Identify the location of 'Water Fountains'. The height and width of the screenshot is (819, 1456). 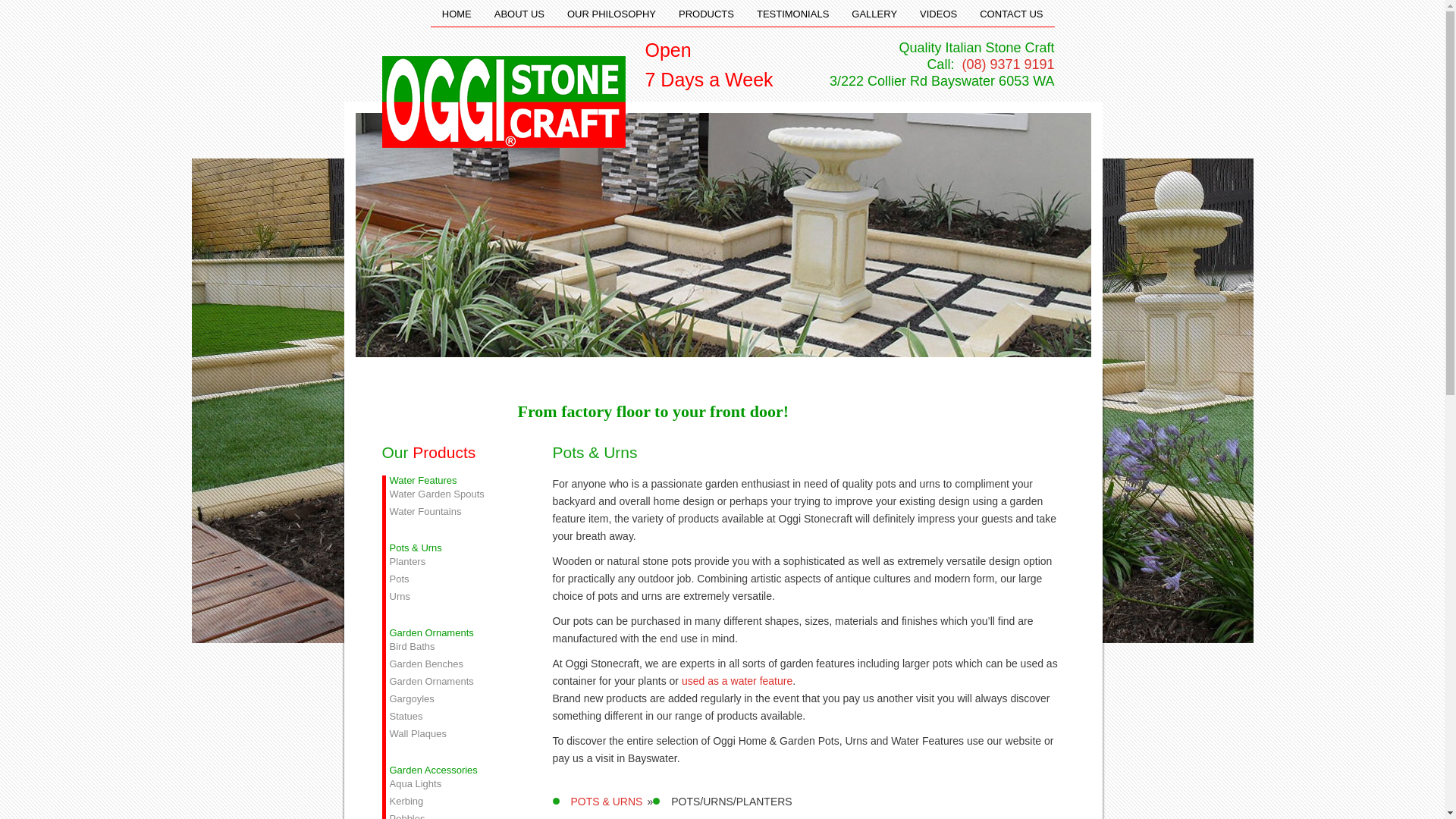
(451, 511).